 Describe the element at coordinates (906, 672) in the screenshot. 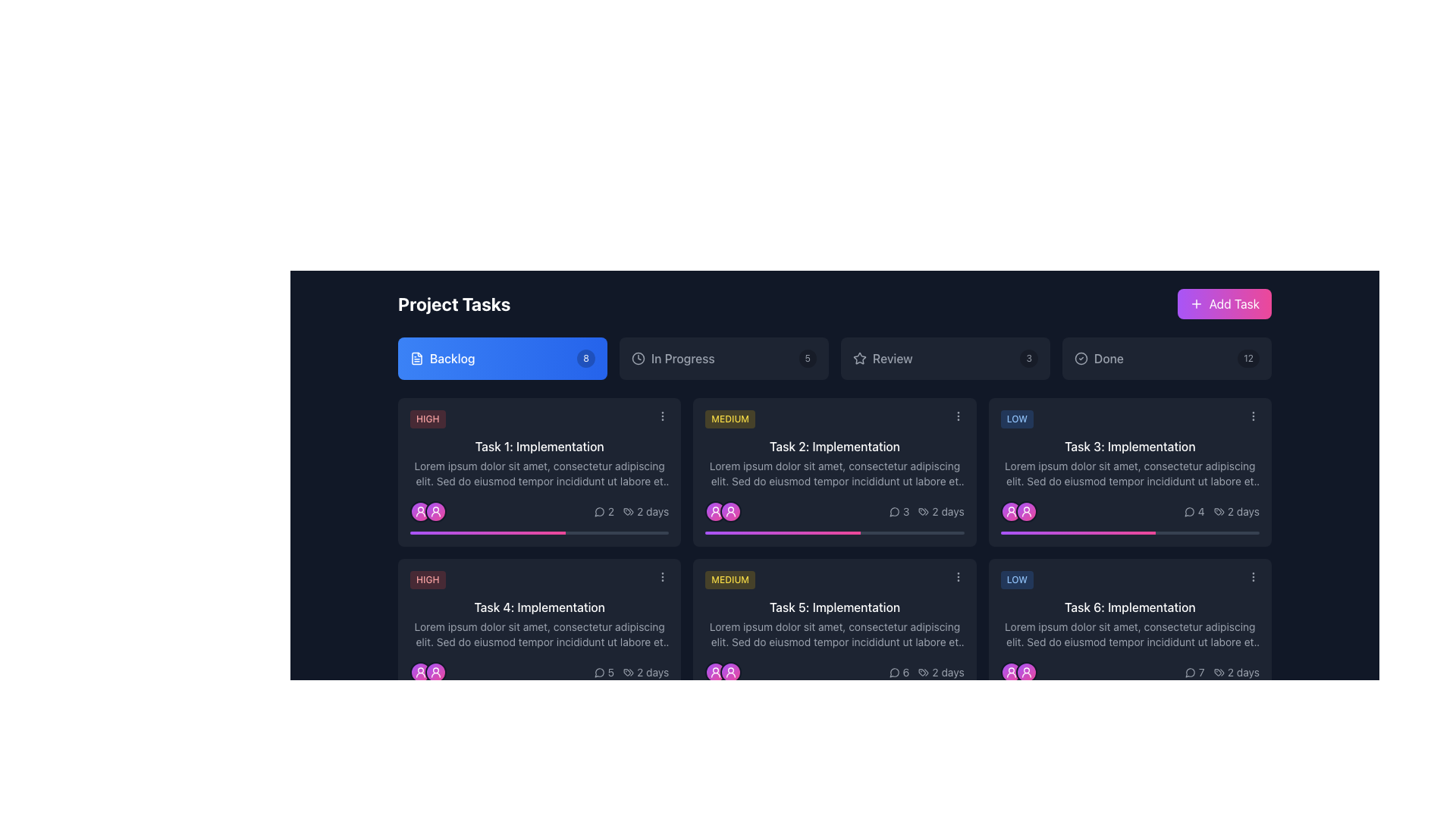

I see `numeral '6' displayed in light gray color, which indicates an item count, located within the lower right task card adjacent to the comment icon and above the time frame label` at that location.